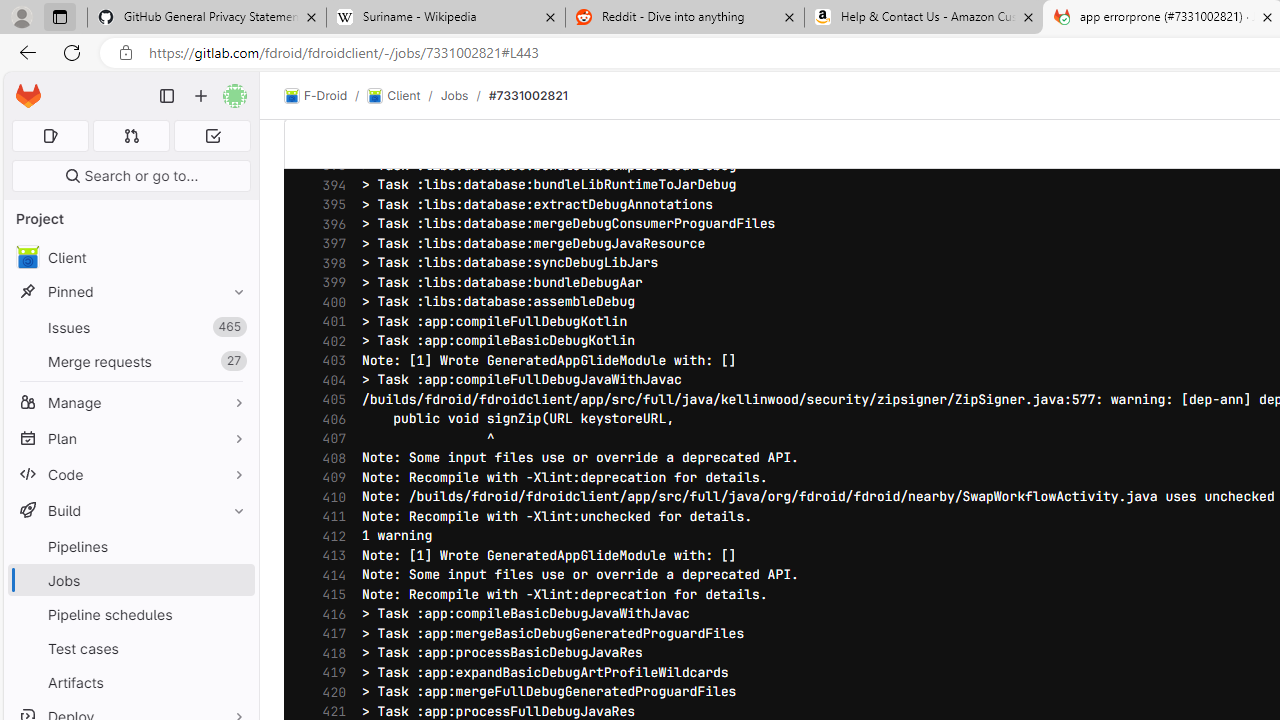 The image size is (1280, 720). What do you see at coordinates (167, 96) in the screenshot?
I see `'Primary navigation sidebar'` at bounding box center [167, 96].